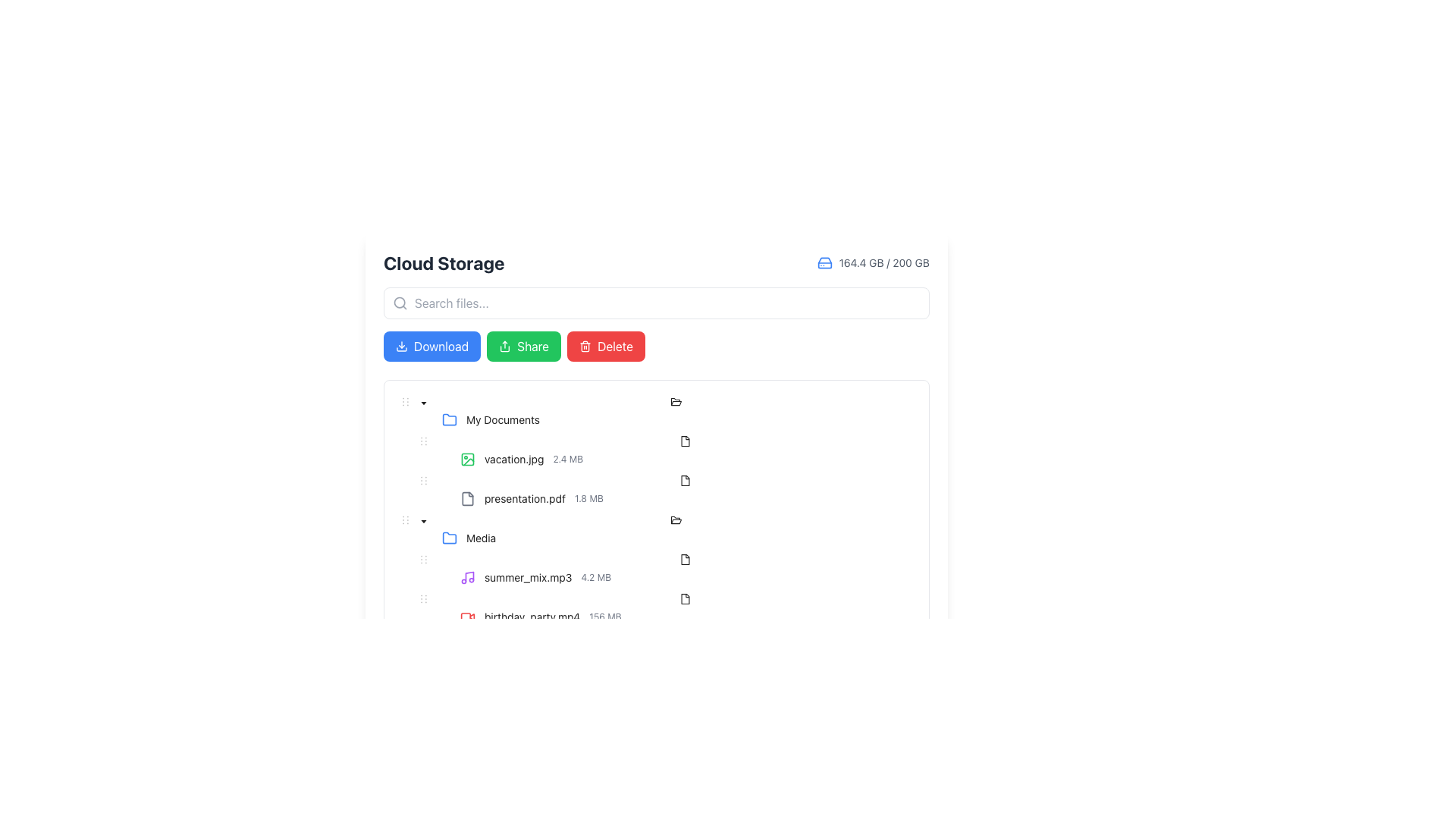 Image resolution: width=1456 pixels, height=819 pixels. Describe the element at coordinates (684, 458) in the screenshot. I see `the file list item displaying 'vacation.jpg'` at that location.